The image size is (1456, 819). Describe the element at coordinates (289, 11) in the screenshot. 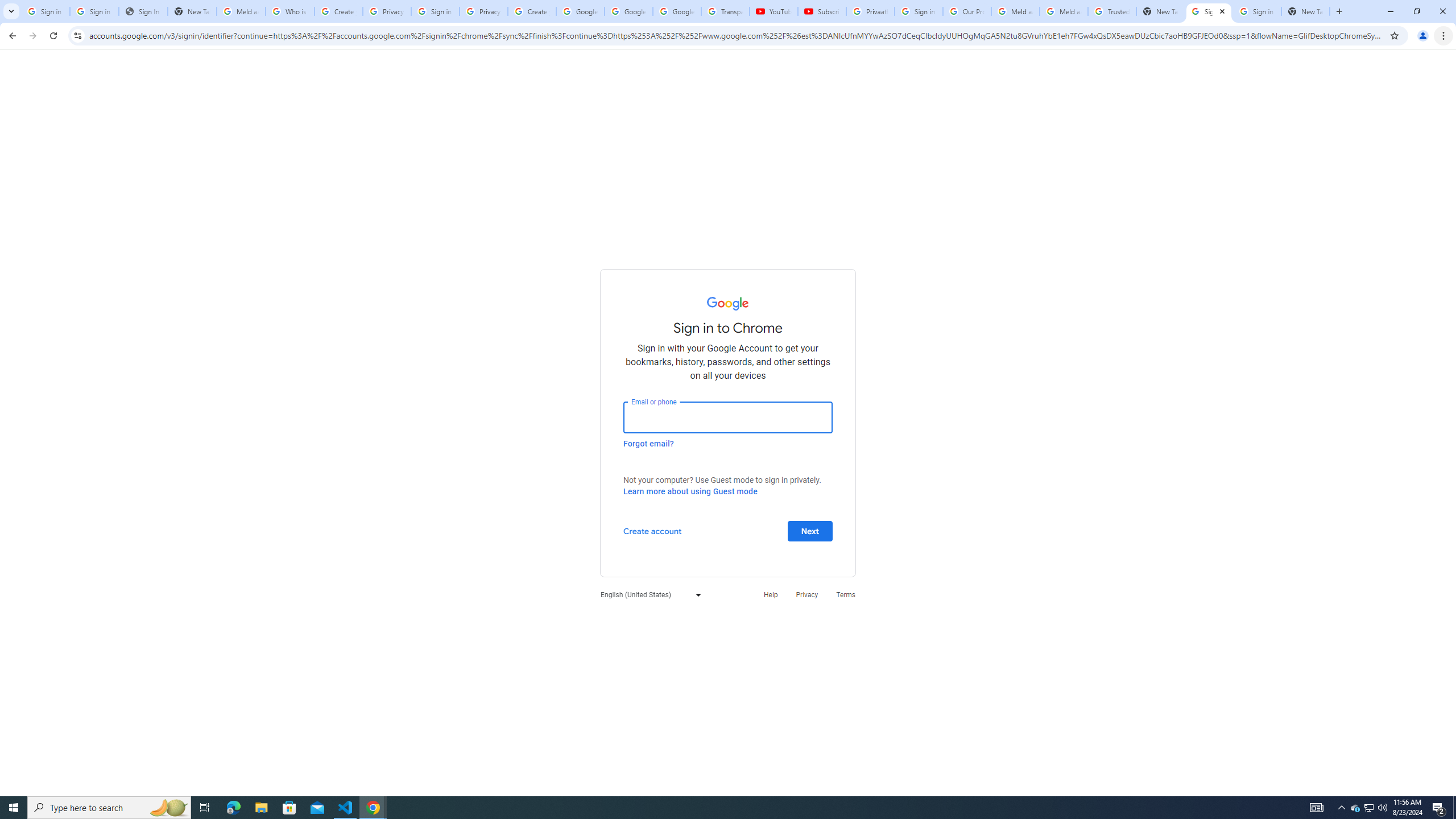

I see `'Who is my administrator? - Google Account Help'` at that location.